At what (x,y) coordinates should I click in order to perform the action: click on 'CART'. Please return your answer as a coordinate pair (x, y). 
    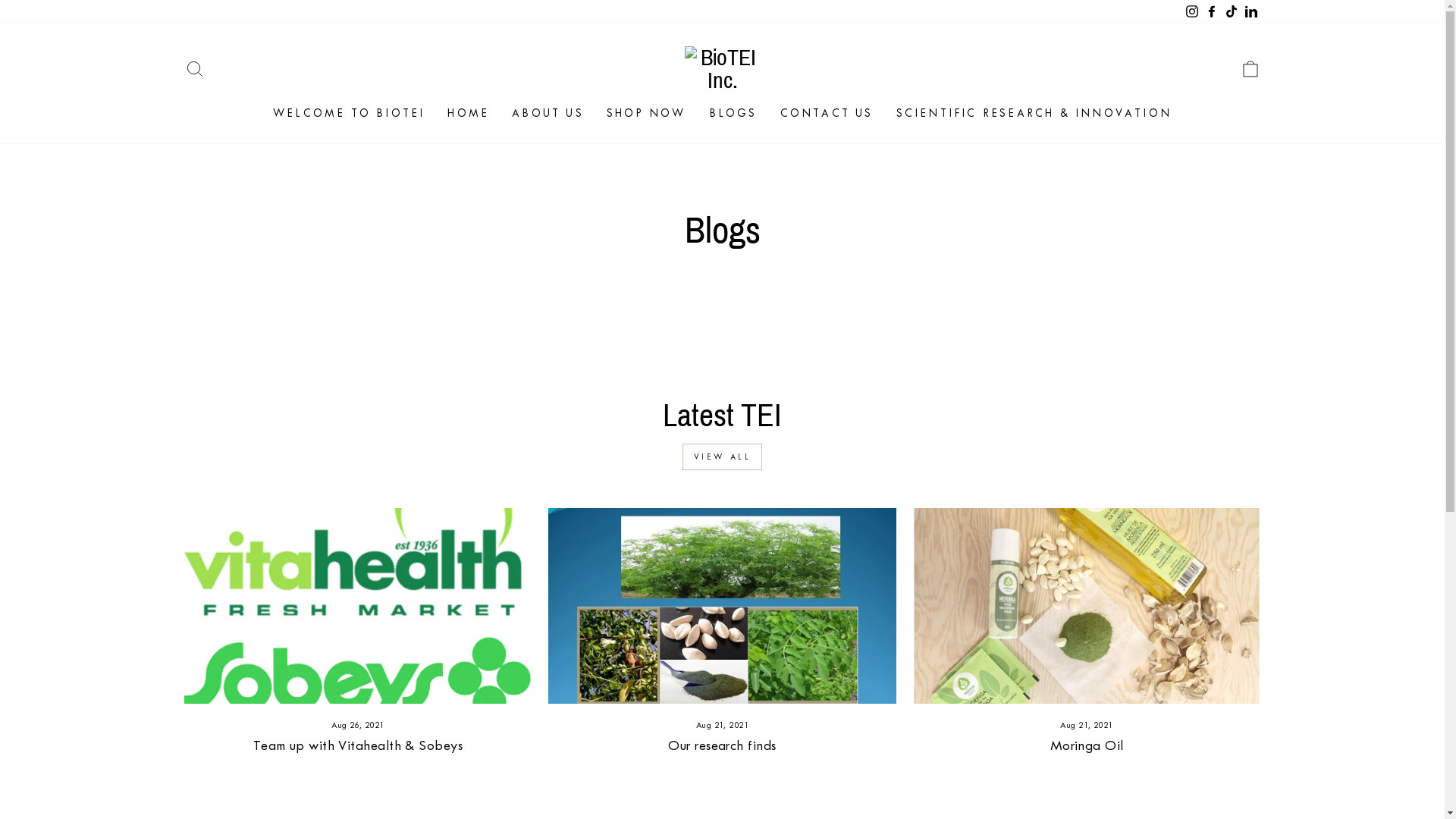
    Looking at the image, I should click on (1230, 69).